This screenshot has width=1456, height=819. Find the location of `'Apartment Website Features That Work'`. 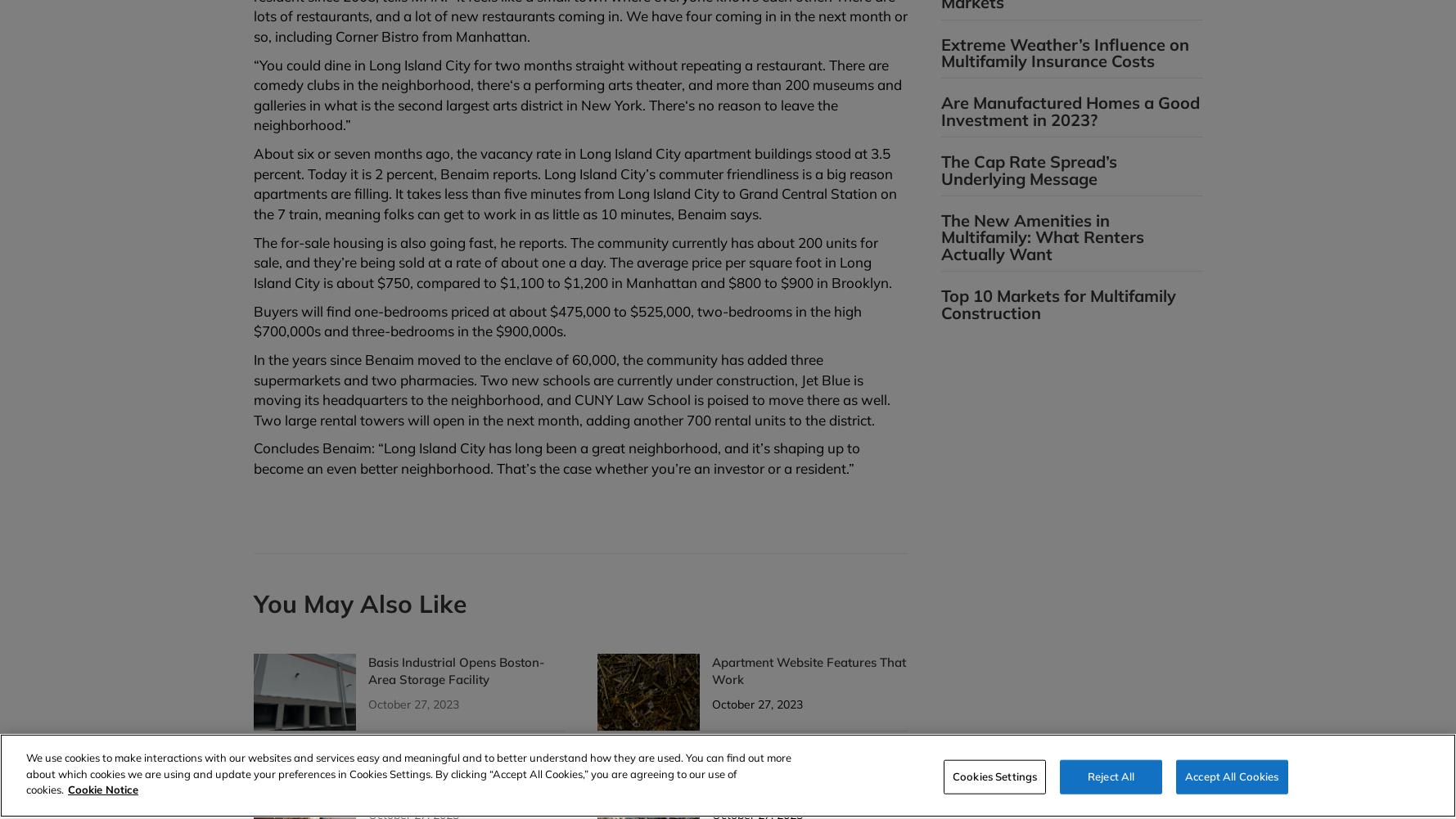

'Apartment Website Features That Work' is located at coordinates (711, 669).